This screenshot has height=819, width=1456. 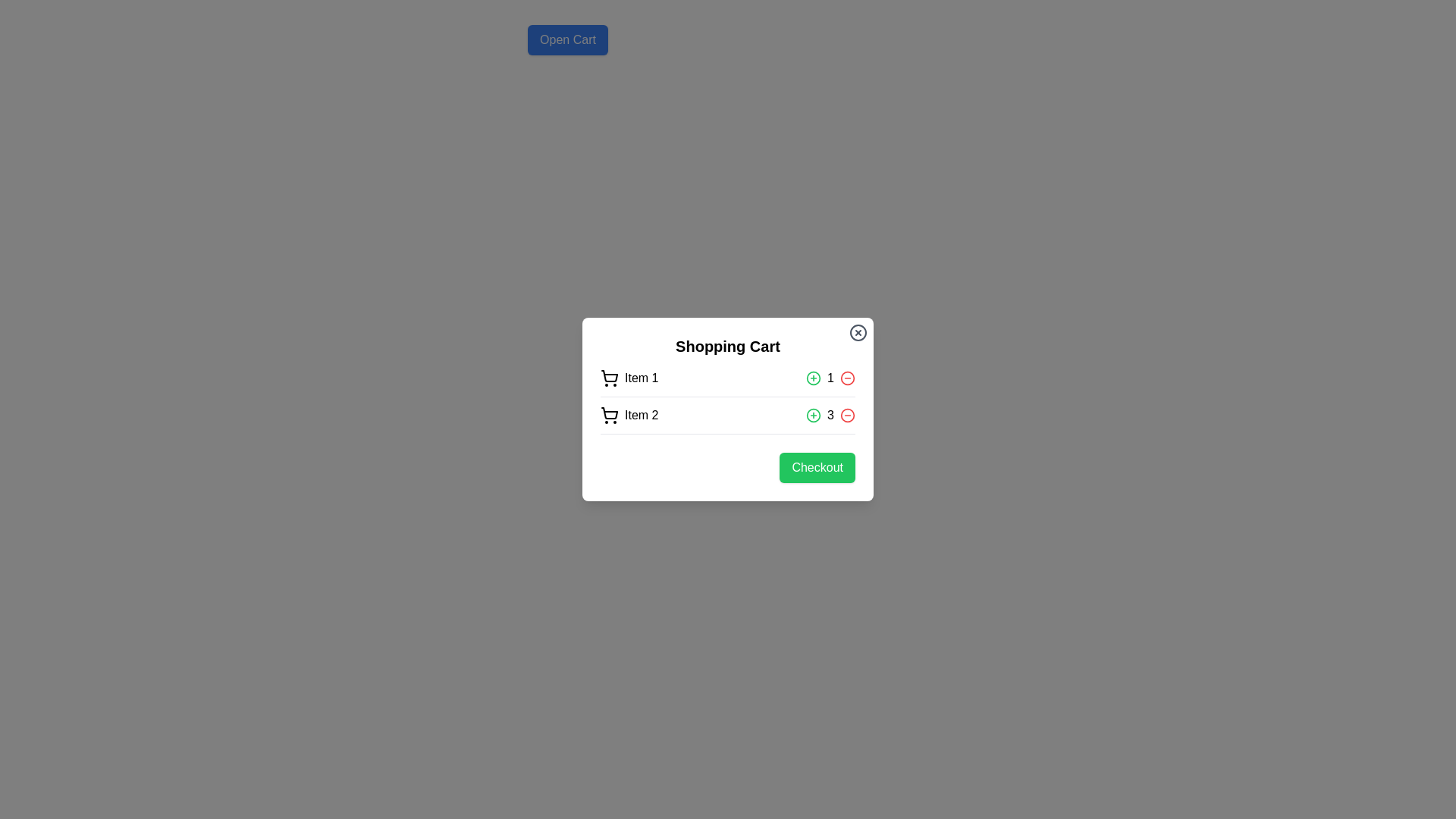 I want to click on the checkout button located at the bottom-right corner of the 'Shopping Cart' modal, so click(x=728, y=467).